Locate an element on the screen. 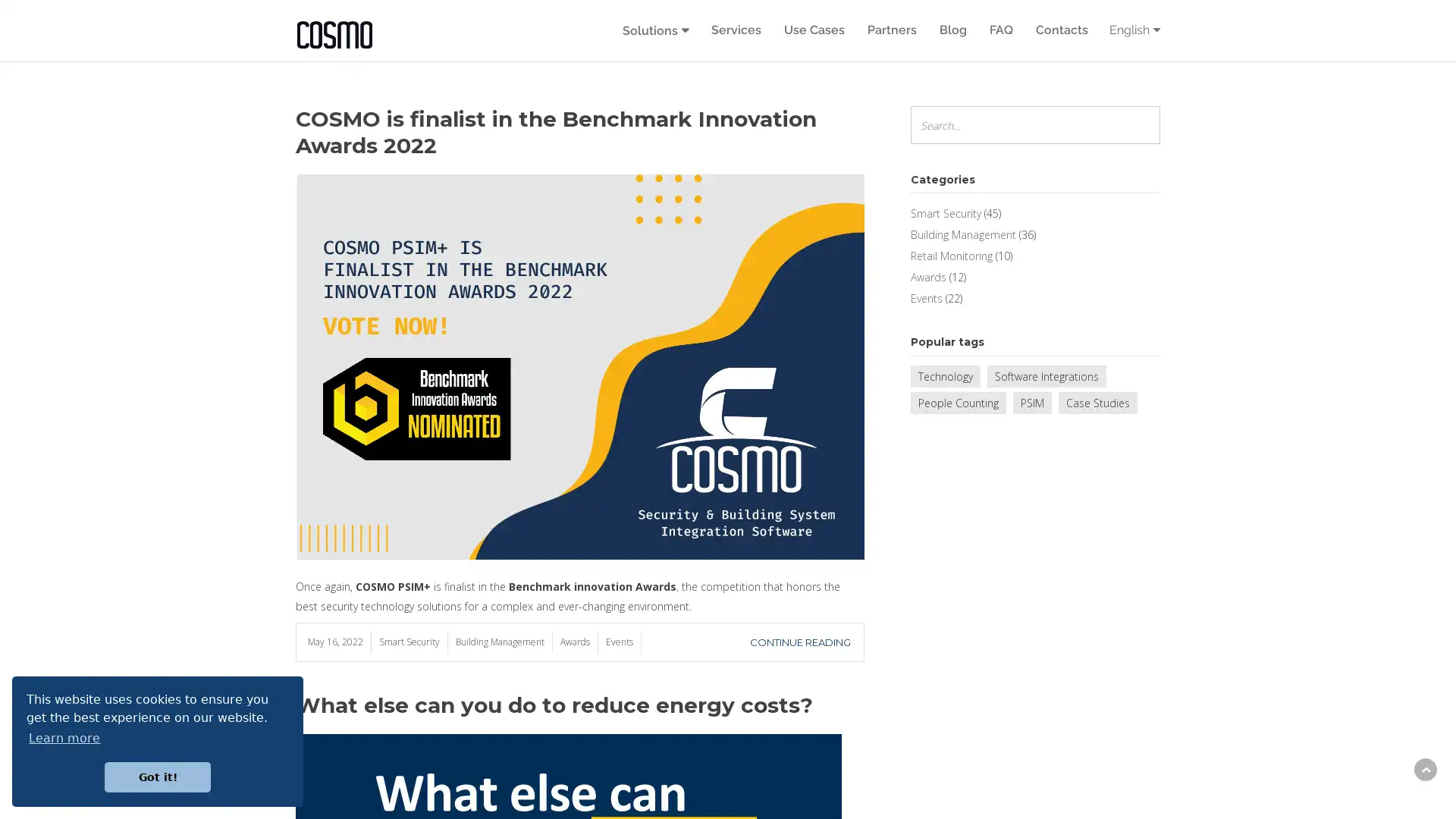 The height and width of the screenshot is (819, 1456). learn more about cookies is located at coordinates (64, 737).